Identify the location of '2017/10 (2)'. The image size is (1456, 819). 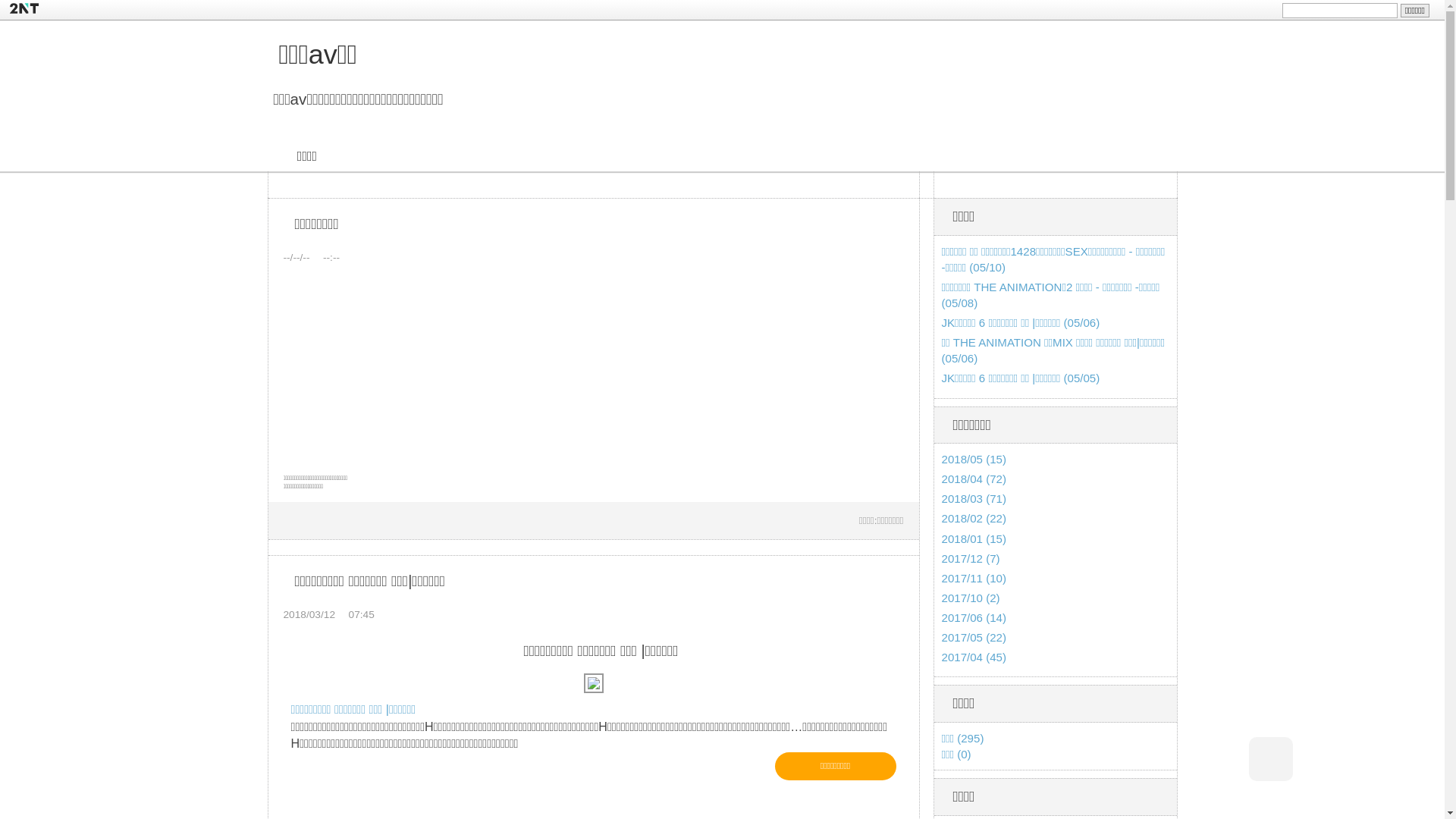
(971, 597).